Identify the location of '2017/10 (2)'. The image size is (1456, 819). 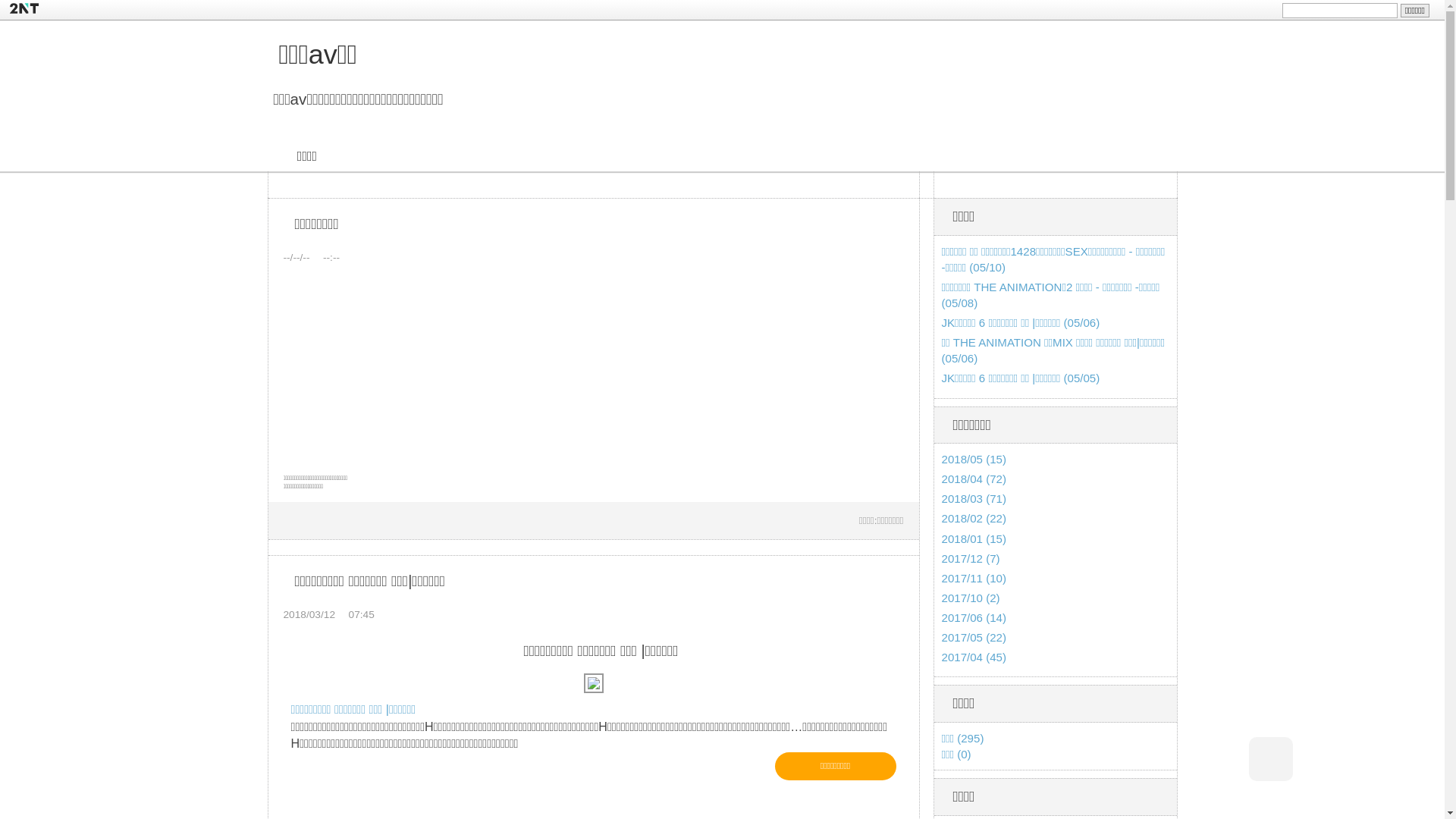
(971, 597).